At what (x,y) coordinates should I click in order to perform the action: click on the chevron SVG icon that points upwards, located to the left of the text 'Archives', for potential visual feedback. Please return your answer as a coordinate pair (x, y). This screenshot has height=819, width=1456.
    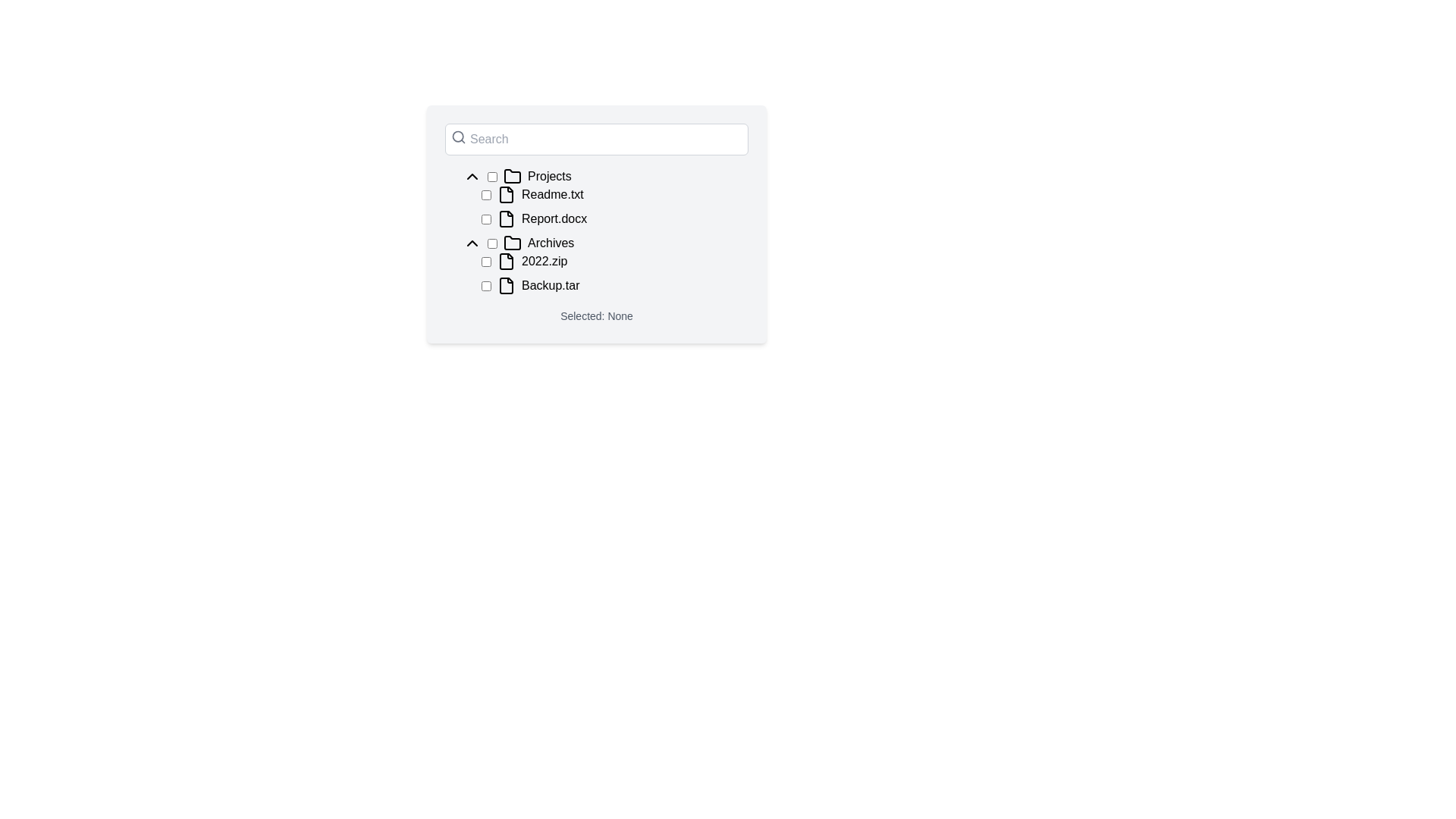
    Looking at the image, I should click on (472, 242).